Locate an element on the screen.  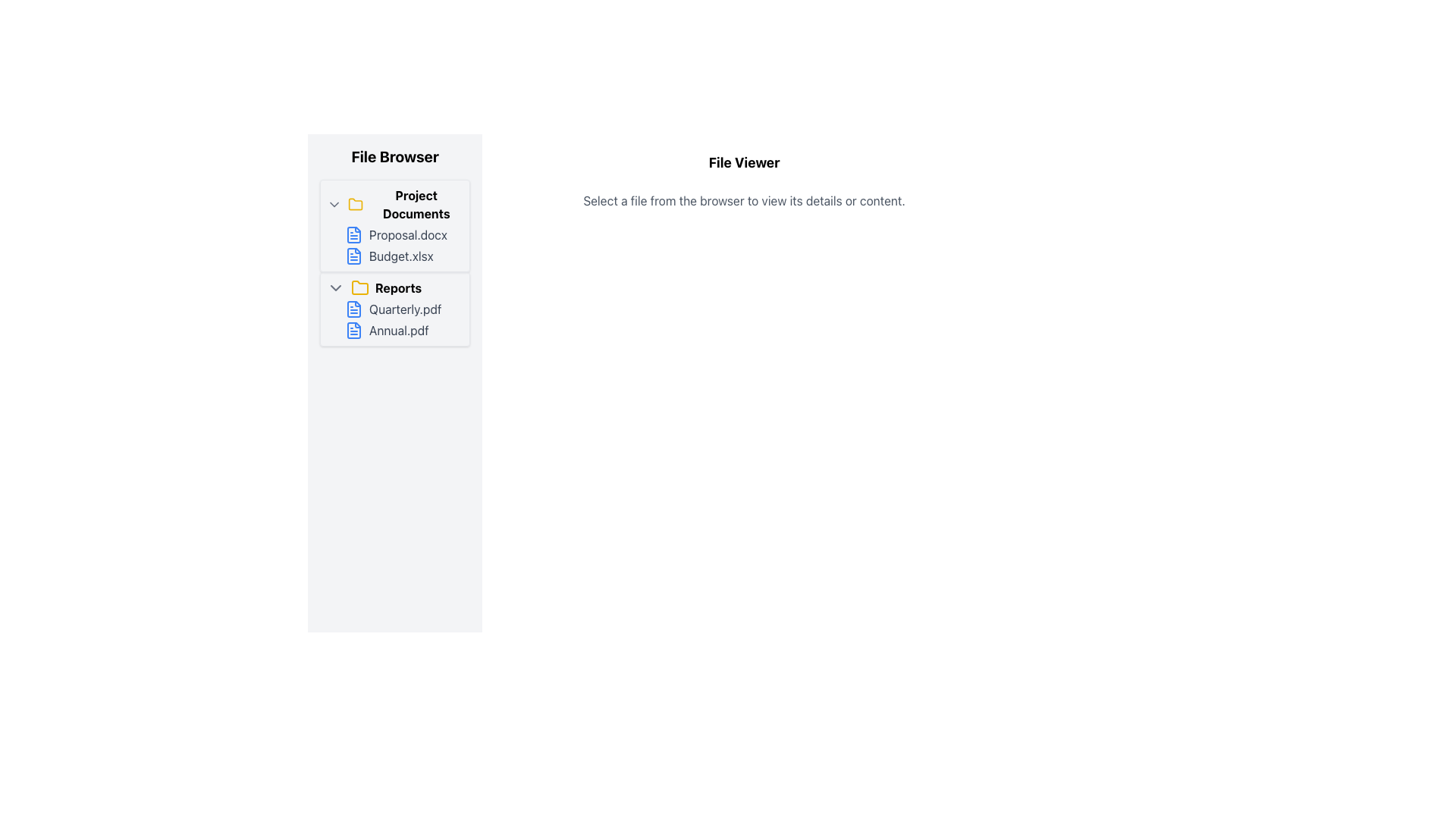
the document icon located next to the label 'Proposal.docx' in the 'File Browser' section is located at coordinates (353, 234).